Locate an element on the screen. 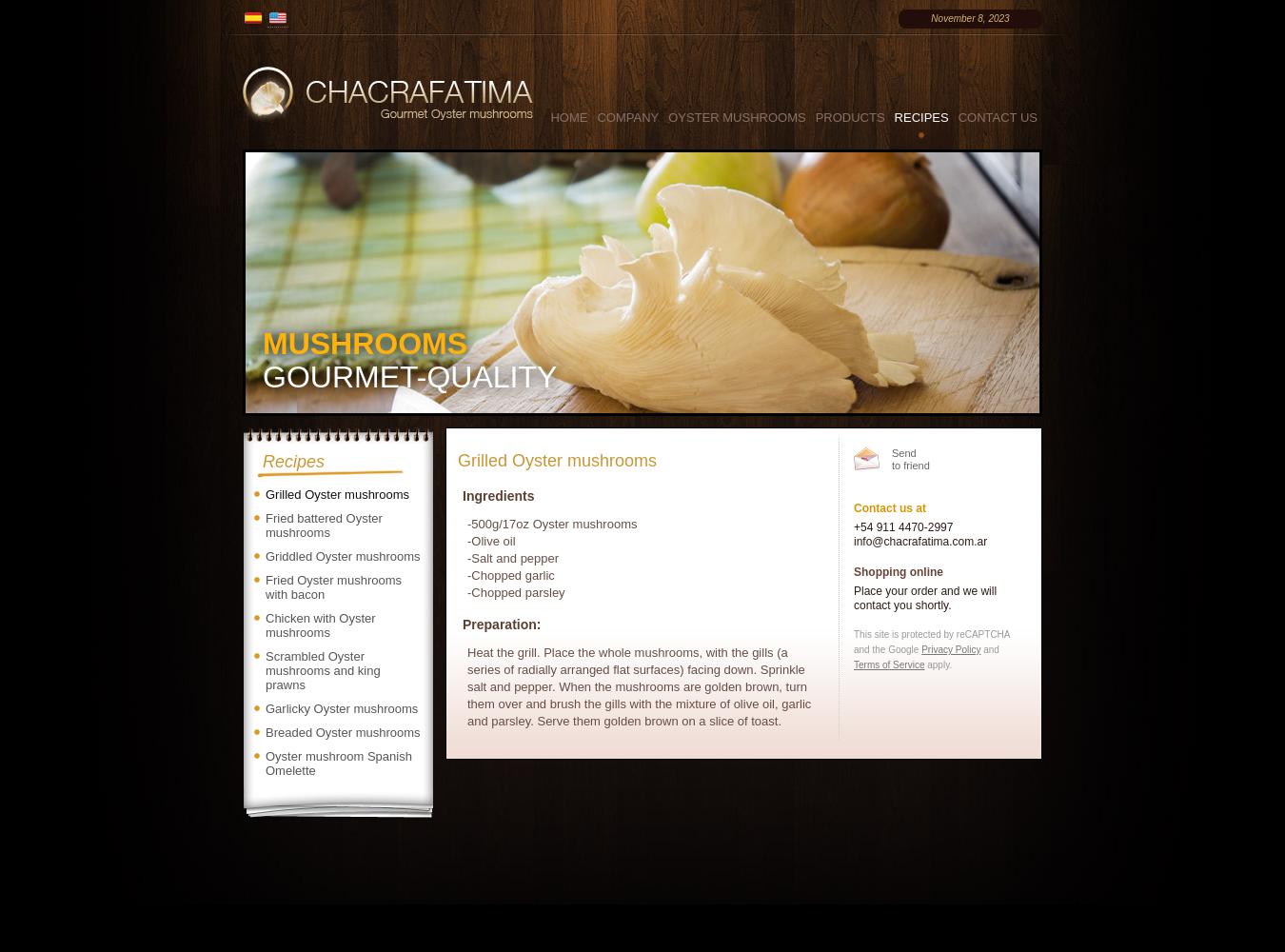 Image resolution: width=1285 pixels, height=952 pixels. 'info@chacrafatima.com.ar' is located at coordinates (919, 541).